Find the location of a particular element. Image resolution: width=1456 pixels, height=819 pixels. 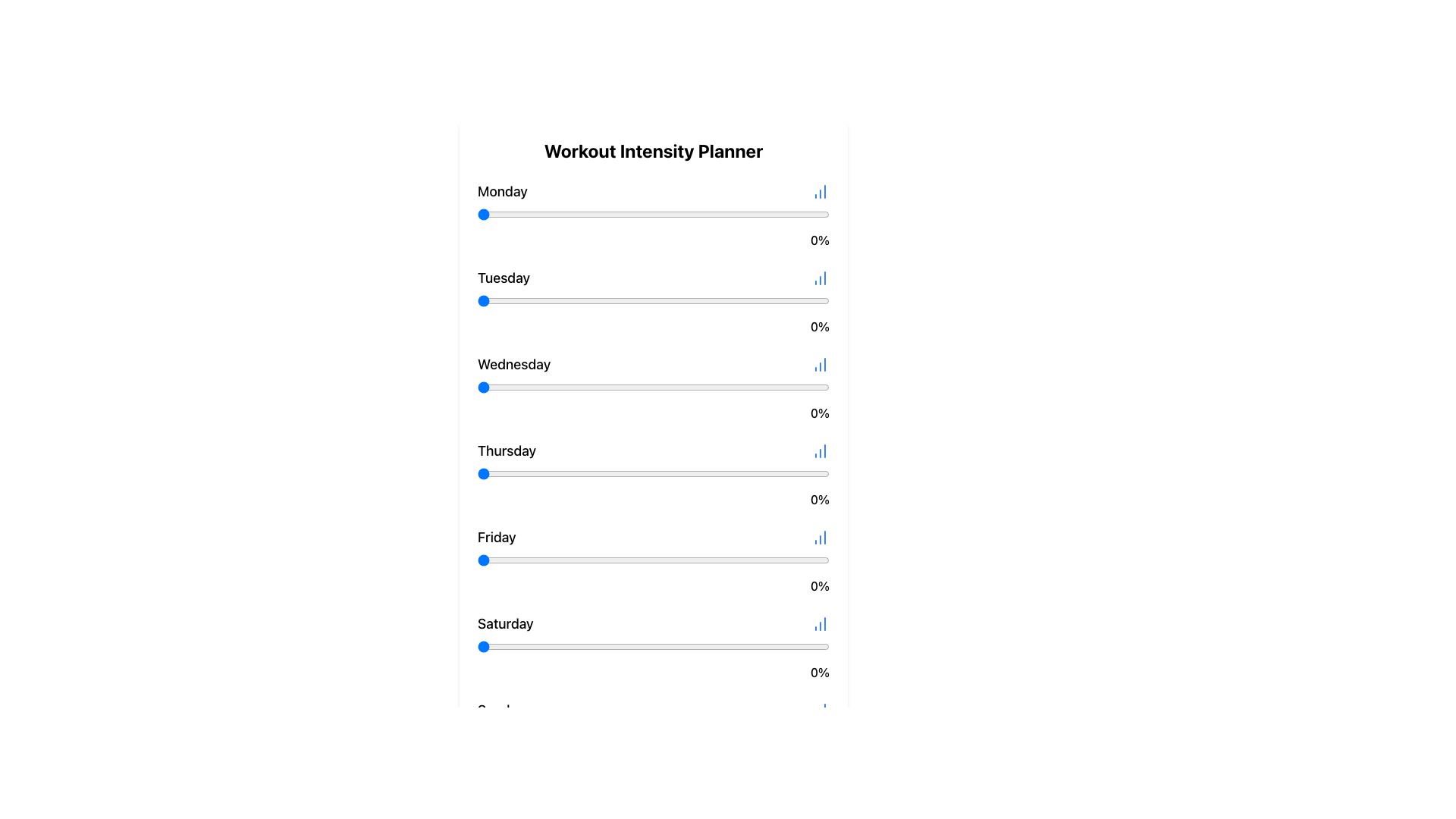

the intensity for Tuesday is located at coordinates (745, 301).